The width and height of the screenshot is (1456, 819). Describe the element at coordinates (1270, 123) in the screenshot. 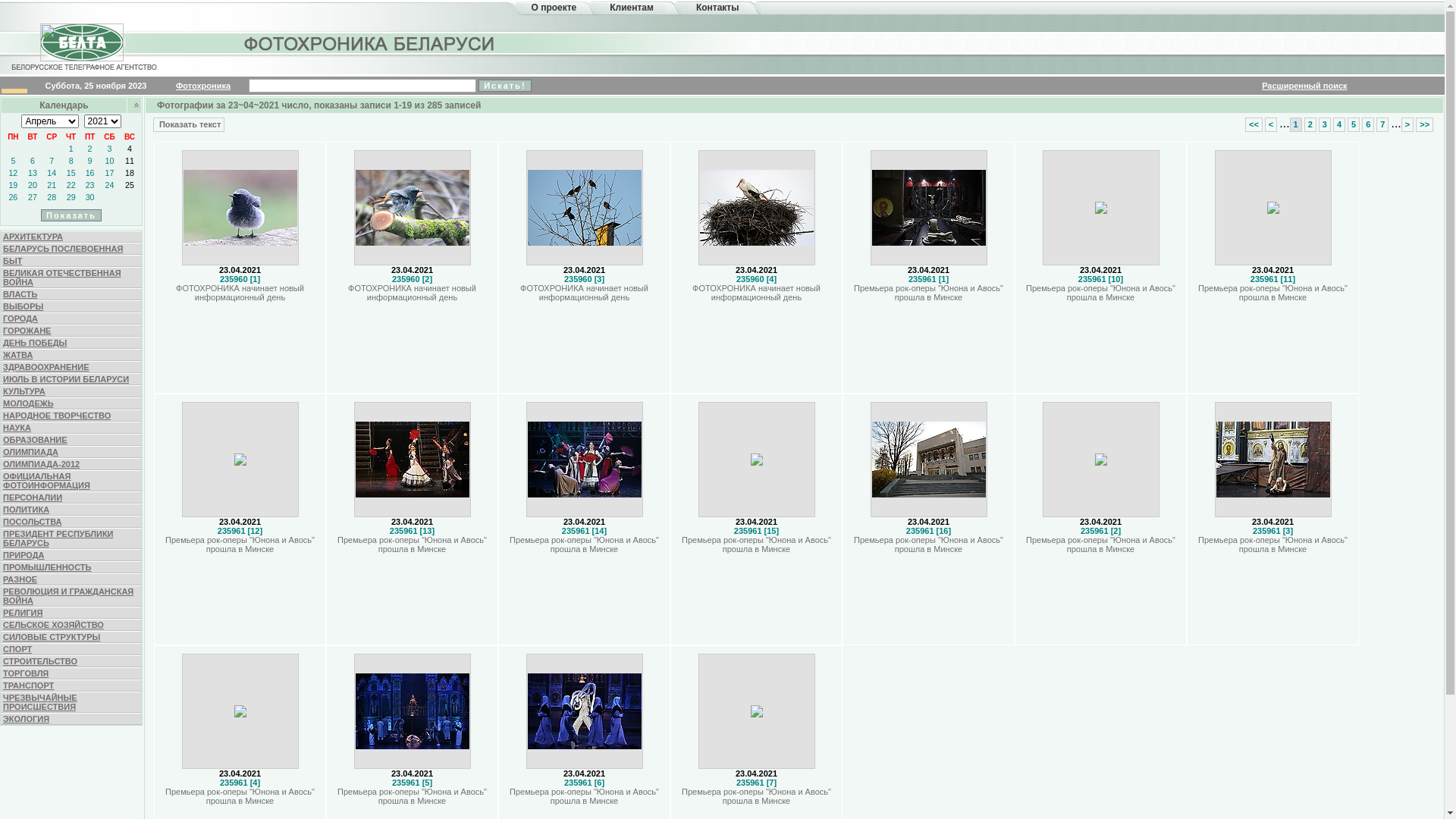

I see `'<'` at that location.